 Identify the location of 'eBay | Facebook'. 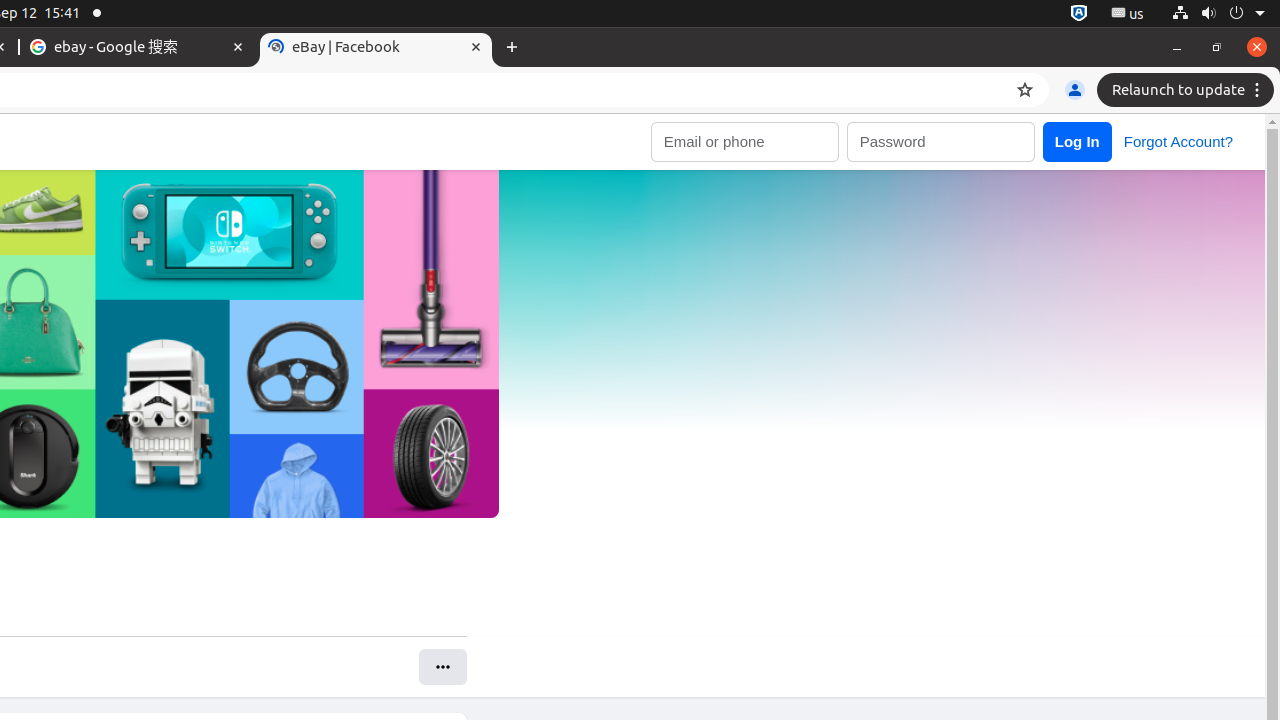
(376, 46).